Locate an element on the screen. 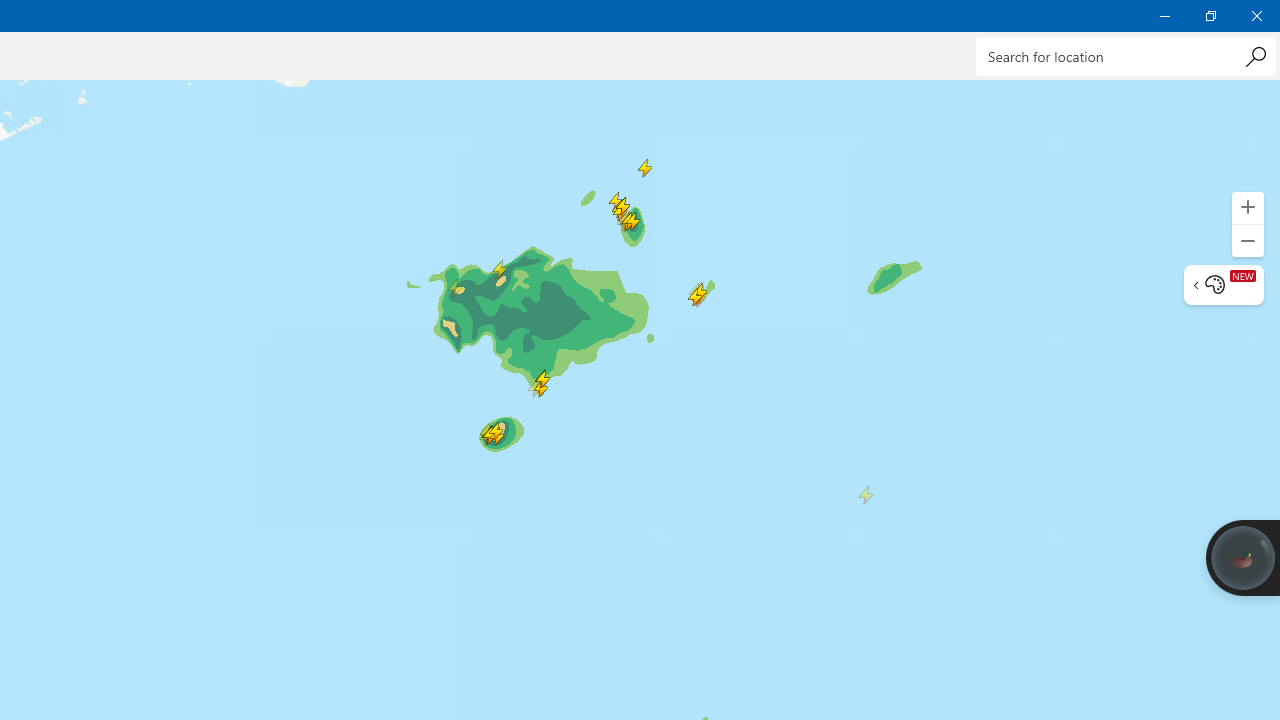  'Minimize Weather' is located at coordinates (1164, 15).